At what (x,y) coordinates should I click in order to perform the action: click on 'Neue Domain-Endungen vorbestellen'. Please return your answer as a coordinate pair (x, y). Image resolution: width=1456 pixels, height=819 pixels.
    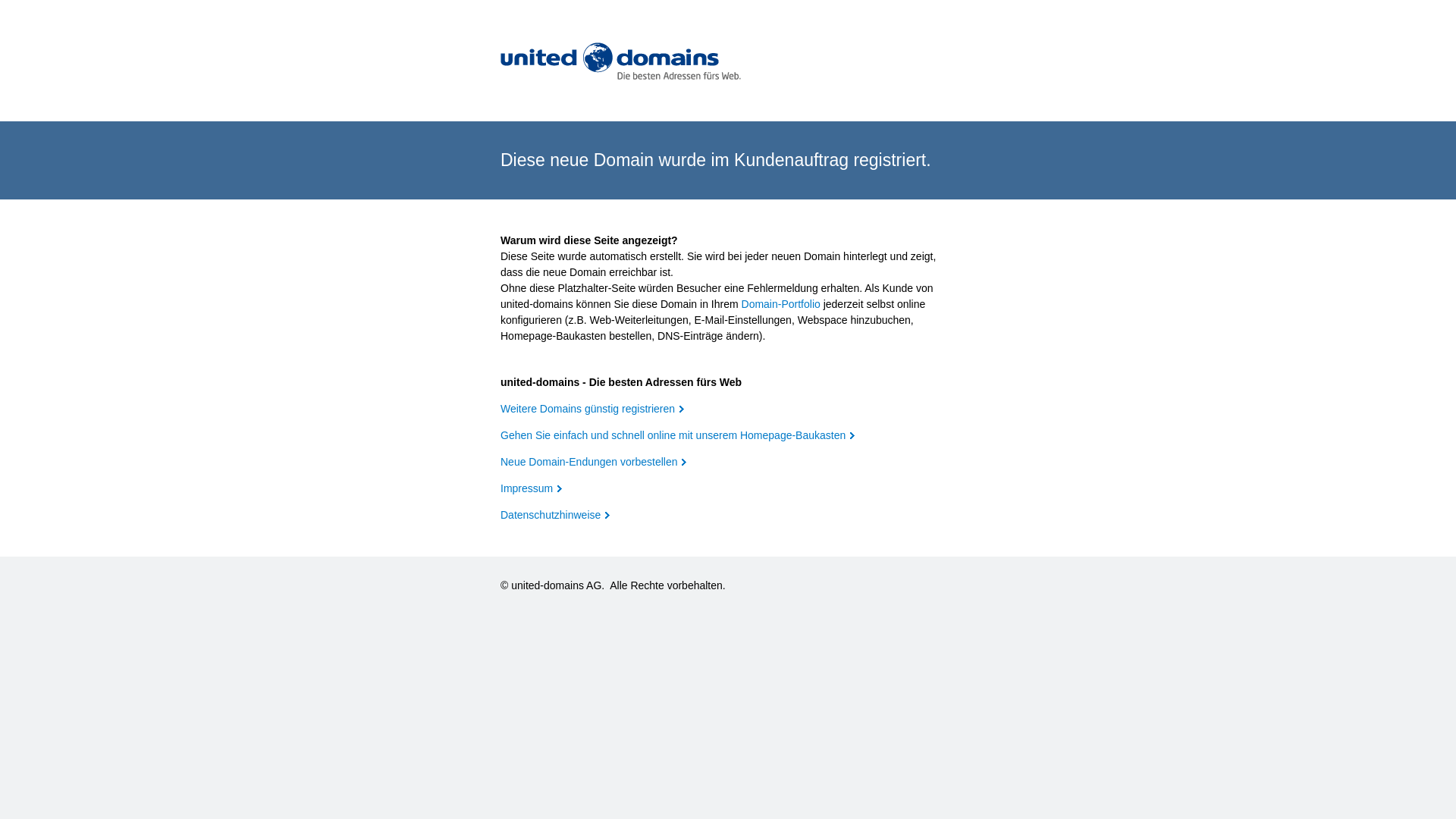
    Looking at the image, I should click on (500, 461).